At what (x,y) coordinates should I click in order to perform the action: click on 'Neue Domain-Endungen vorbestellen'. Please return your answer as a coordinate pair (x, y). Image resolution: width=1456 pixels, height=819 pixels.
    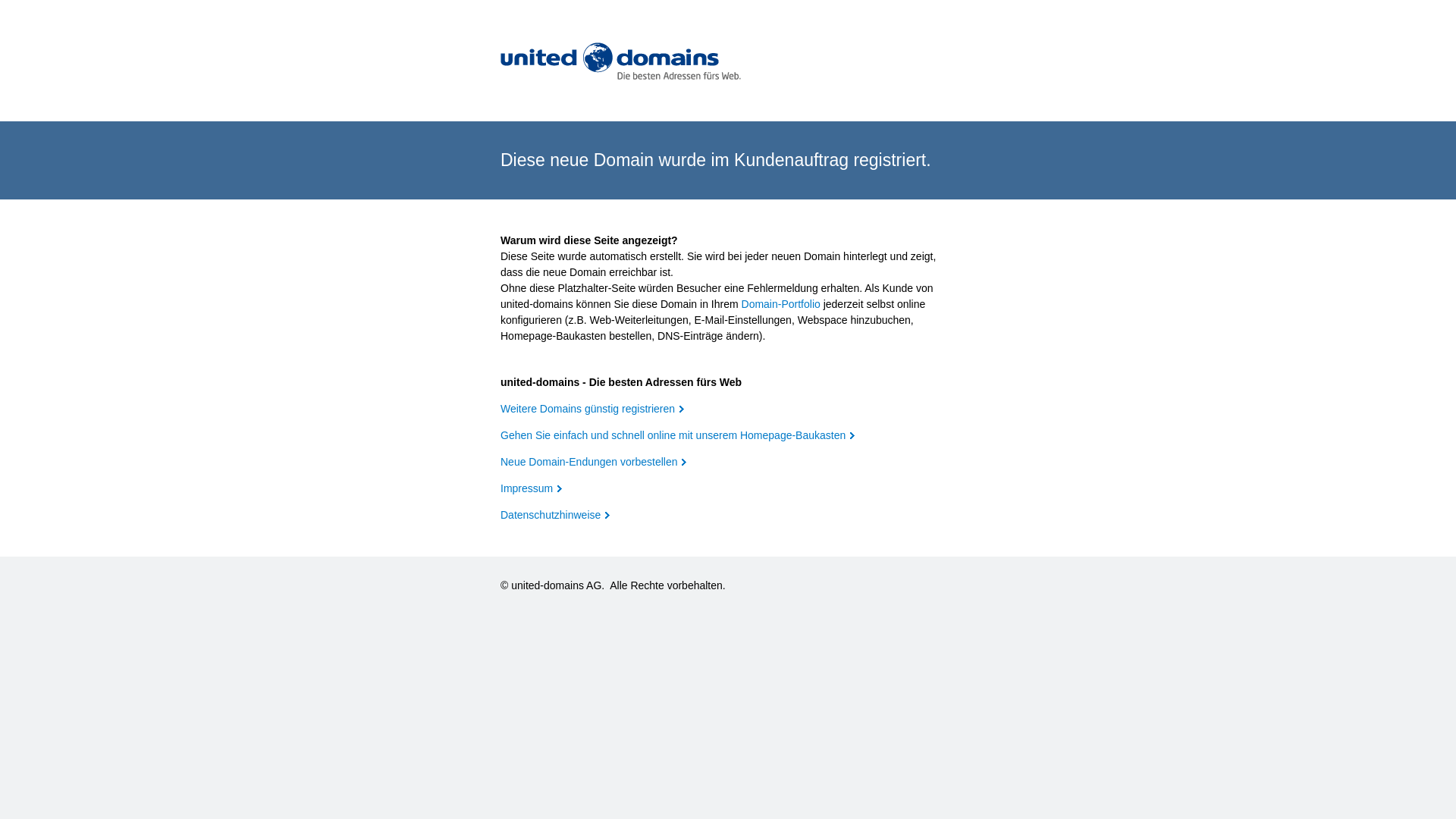
    Looking at the image, I should click on (500, 461).